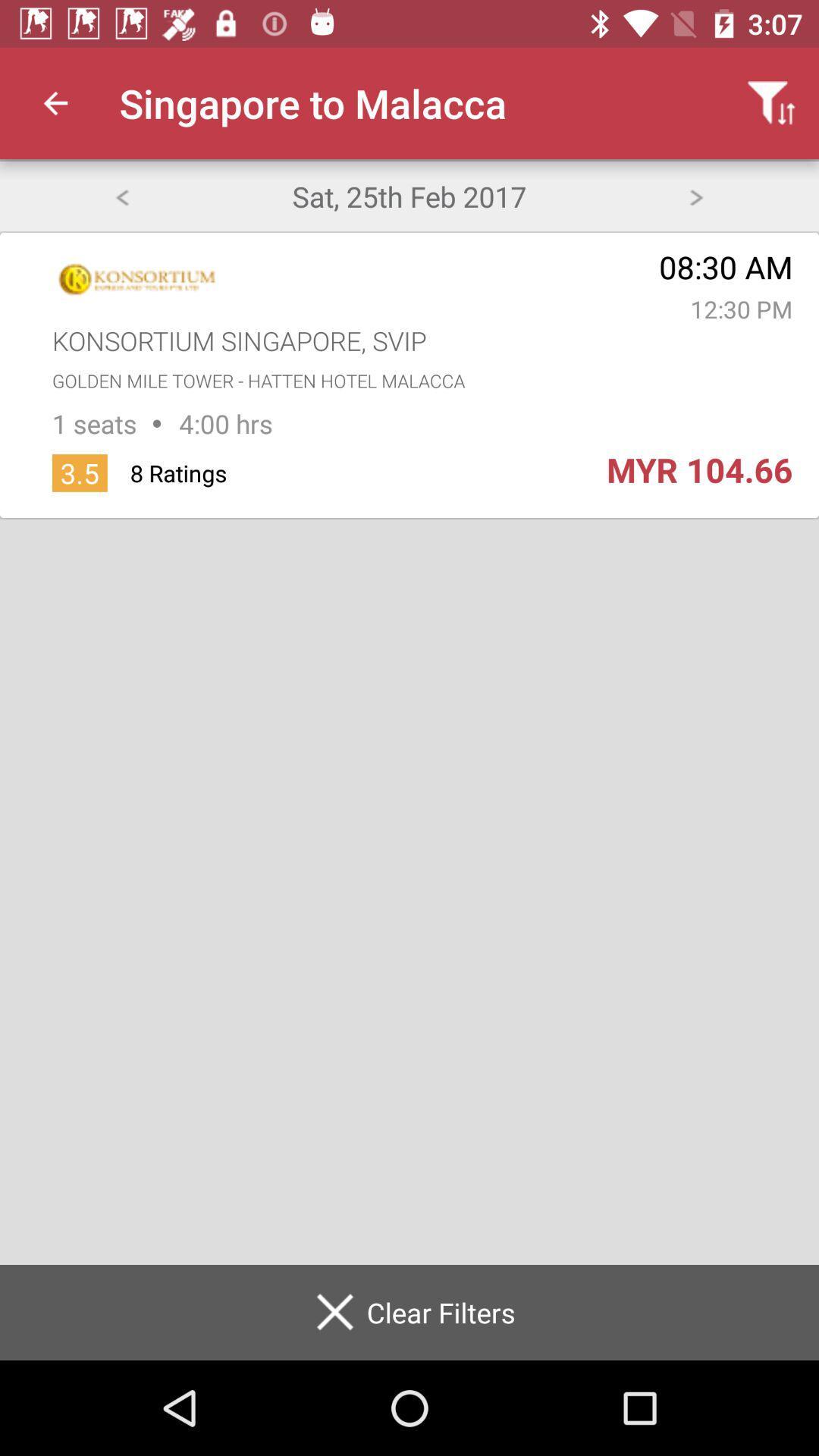 This screenshot has width=819, height=1456. Describe the element at coordinates (55, 102) in the screenshot. I see `app next to singapore to malacca app` at that location.